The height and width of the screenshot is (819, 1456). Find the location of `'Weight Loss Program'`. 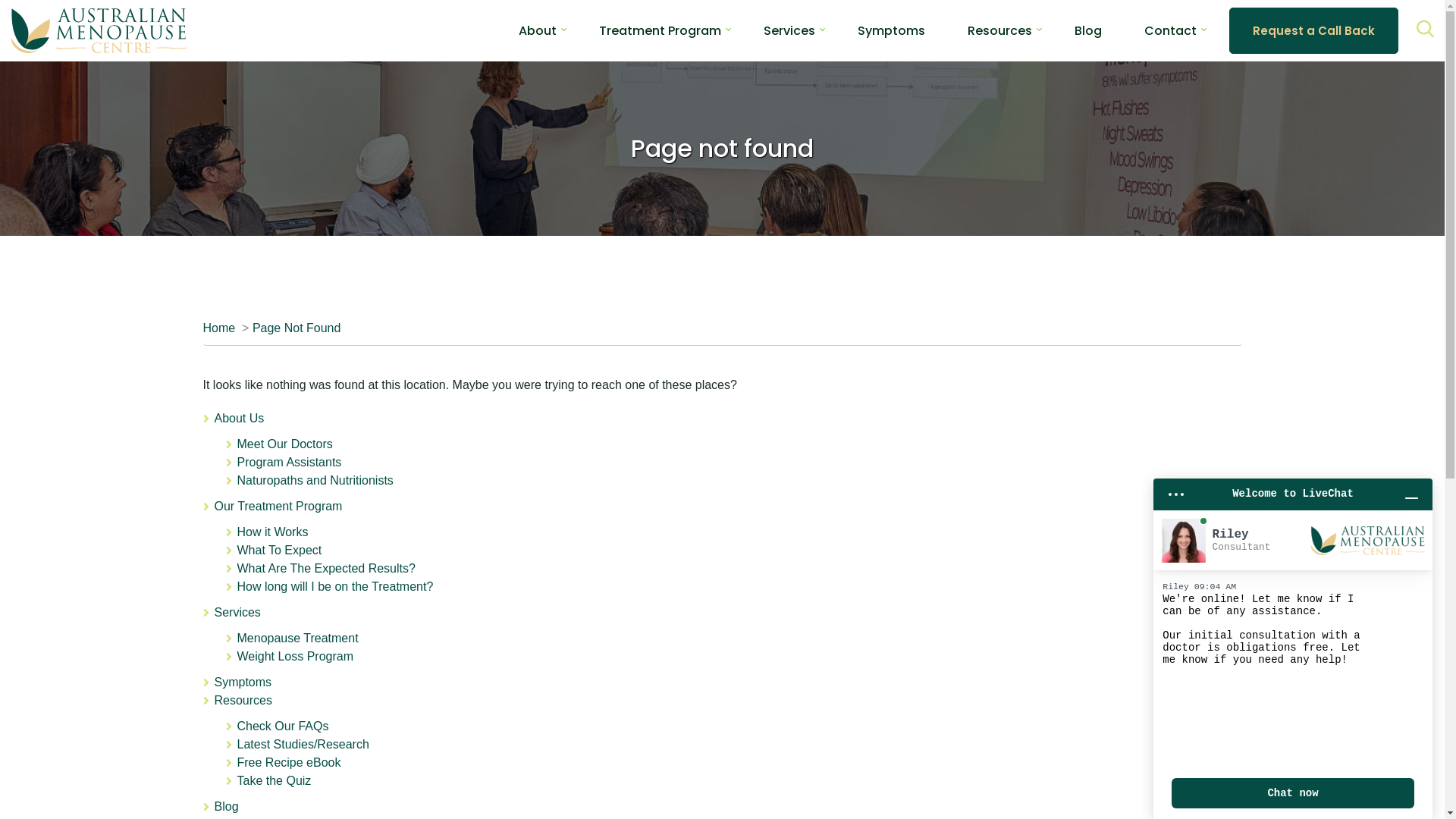

'Weight Loss Program' is located at coordinates (294, 655).